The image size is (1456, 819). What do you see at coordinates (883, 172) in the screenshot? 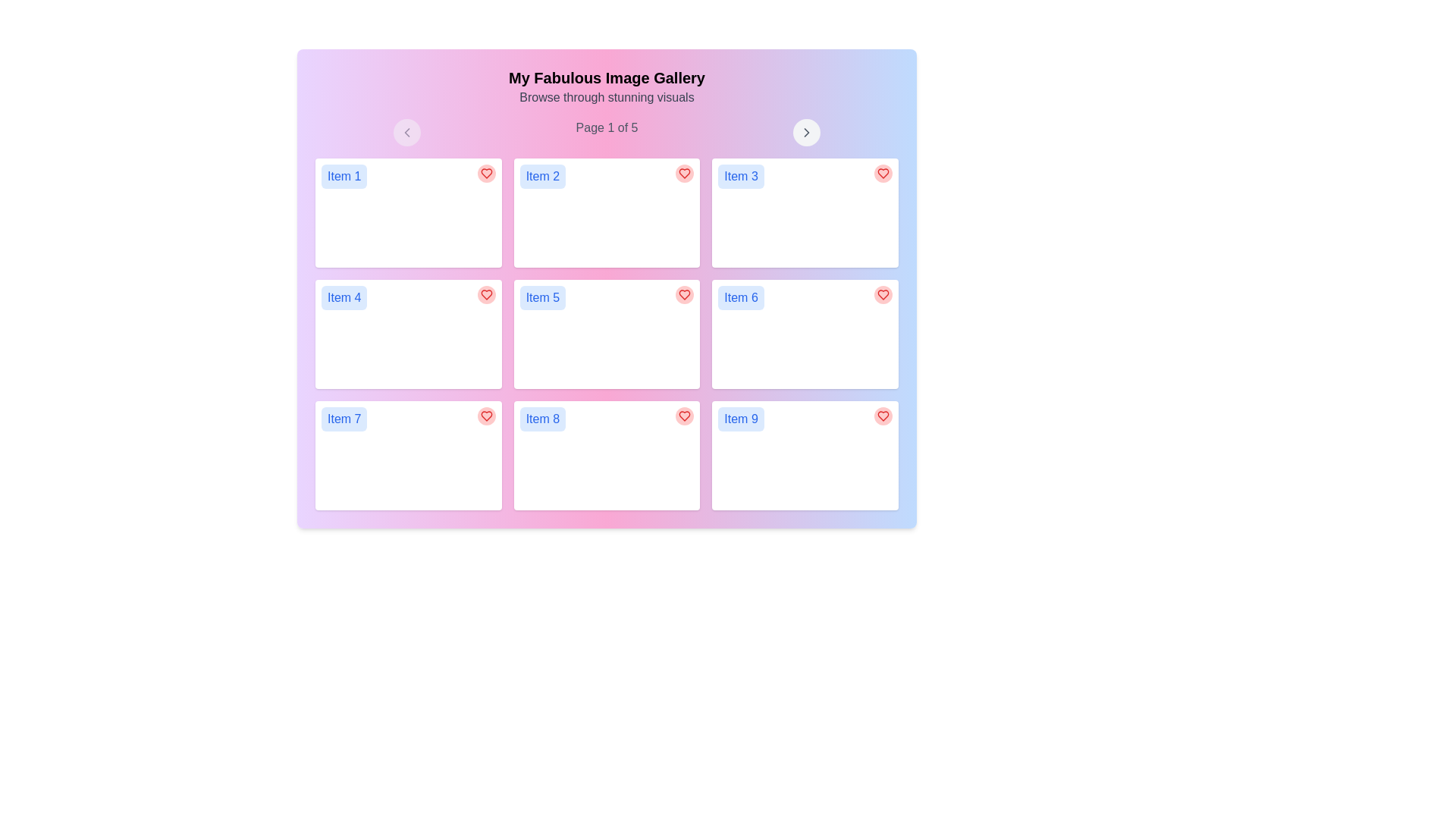
I see `the heart-shaped icon with a red hue located in the top-right corner of the card labeled 'Item 3'` at bounding box center [883, 172].